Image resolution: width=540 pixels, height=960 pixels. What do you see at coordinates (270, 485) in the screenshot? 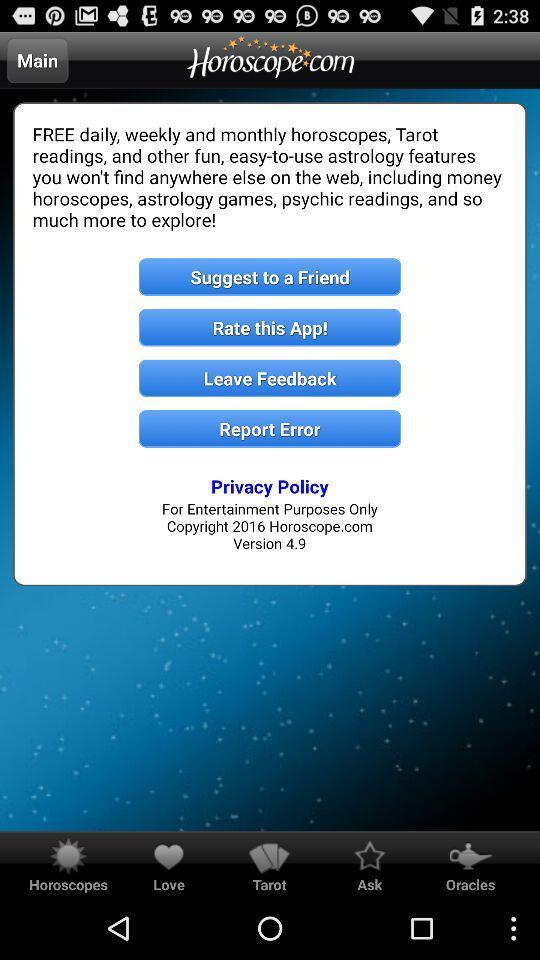
I see `privacy policy` at bounding box center [270, 485].